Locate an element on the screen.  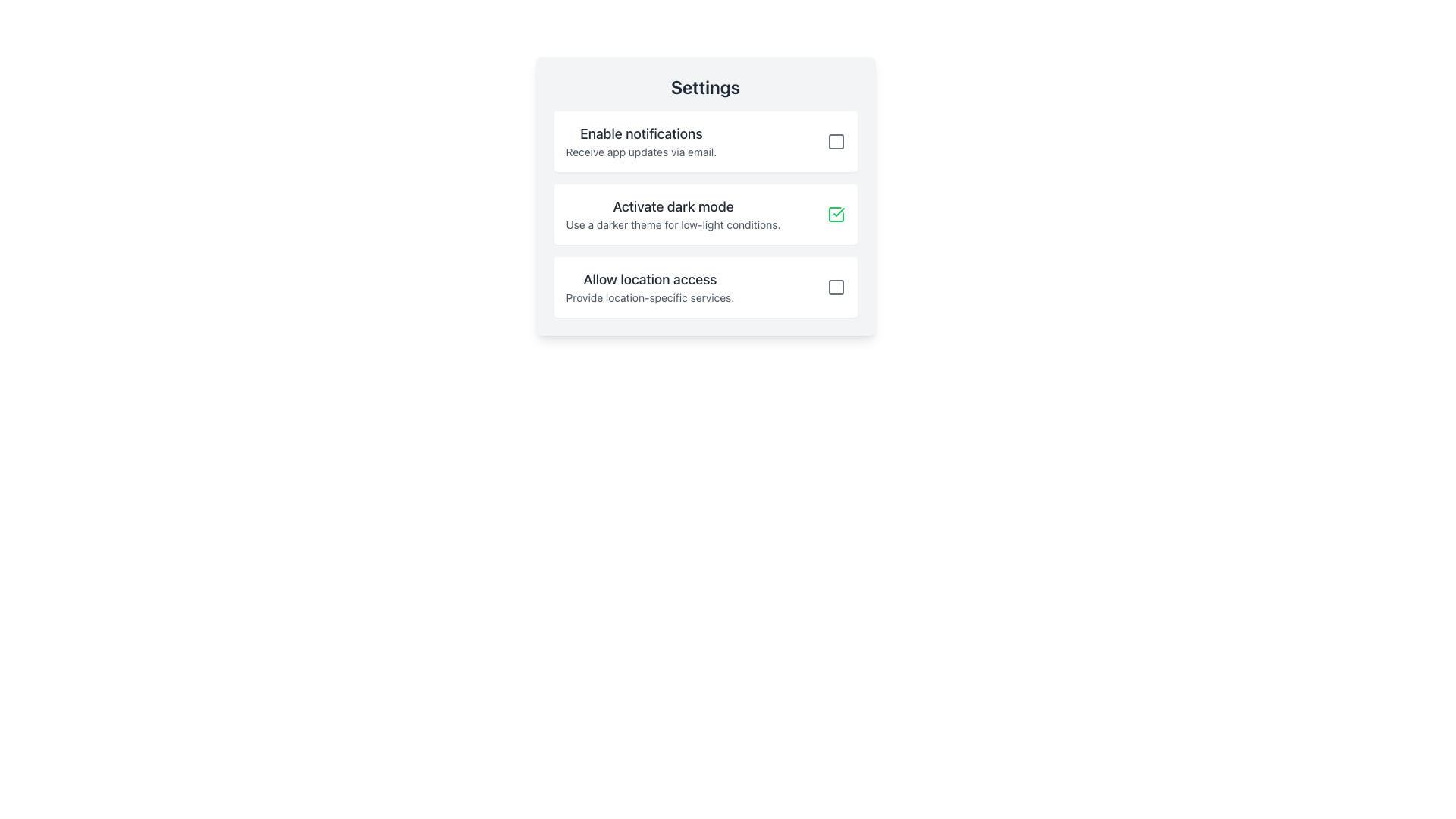
the informative text that explains the 'Activate dark mode' setting, located directly below the title text and centered in the overall settings layout is located at coordinates (673, 225).